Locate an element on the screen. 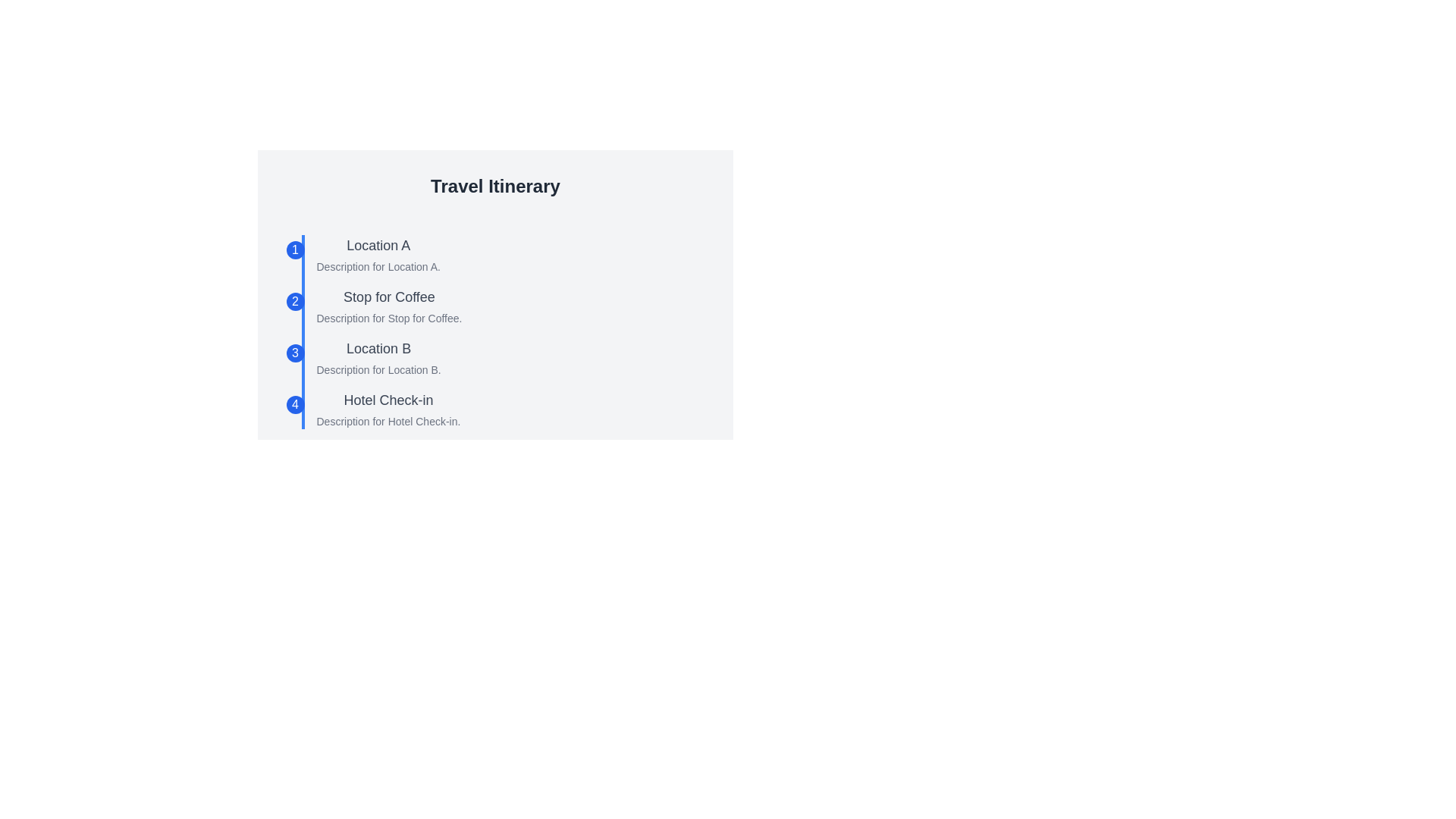 This screenshot has height=819, width=1456. the circular blue Step Indicator Badge containing the white number '3', which is positioned to the left of the text 'Location B' is located at coordinates (295, 353).